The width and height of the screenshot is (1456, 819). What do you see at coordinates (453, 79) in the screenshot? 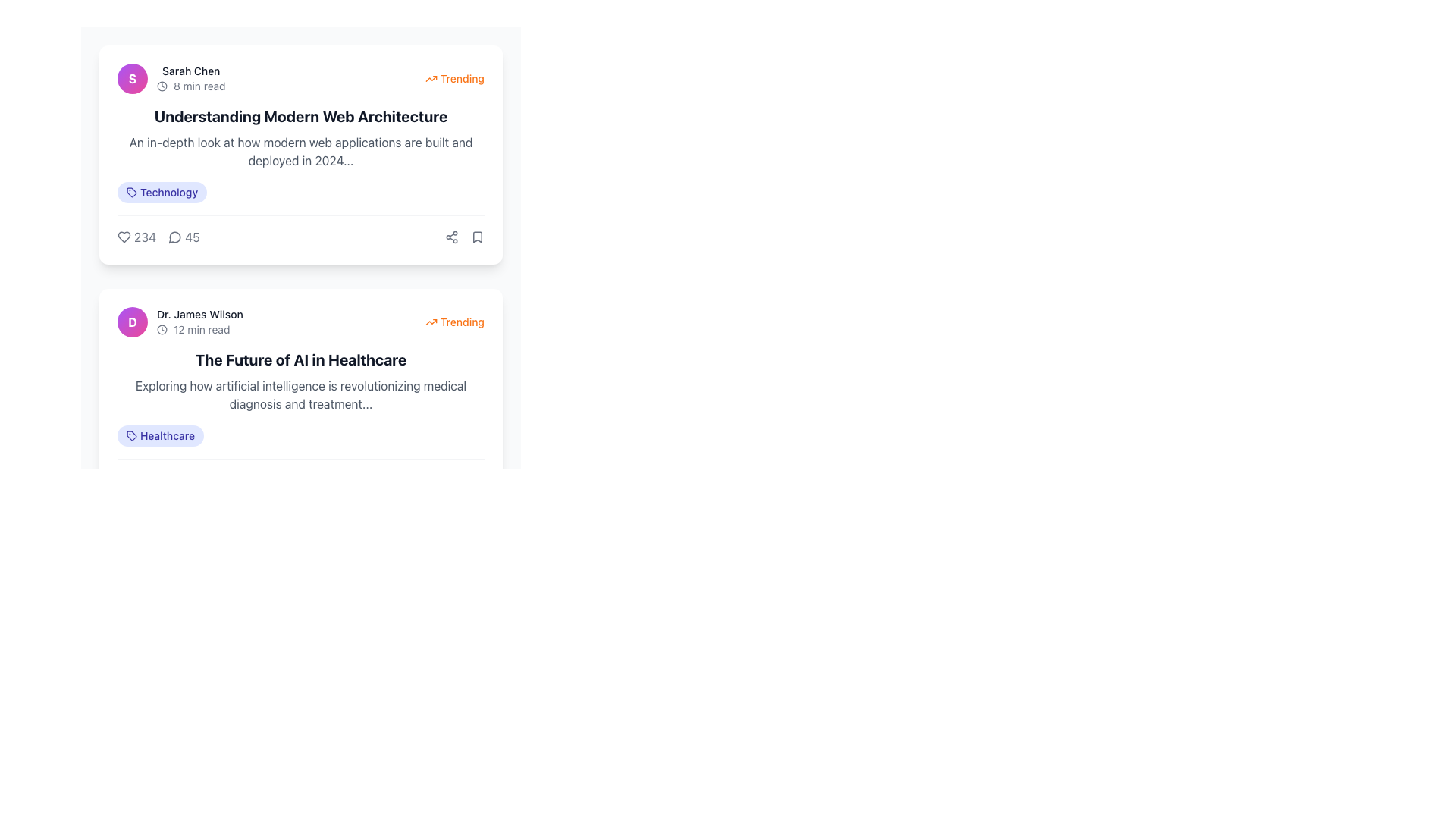
I see `the 'Trending' text label with an orange color and an arrow icon located in the top-right corner of the content card` at bounding box center [453, 79].